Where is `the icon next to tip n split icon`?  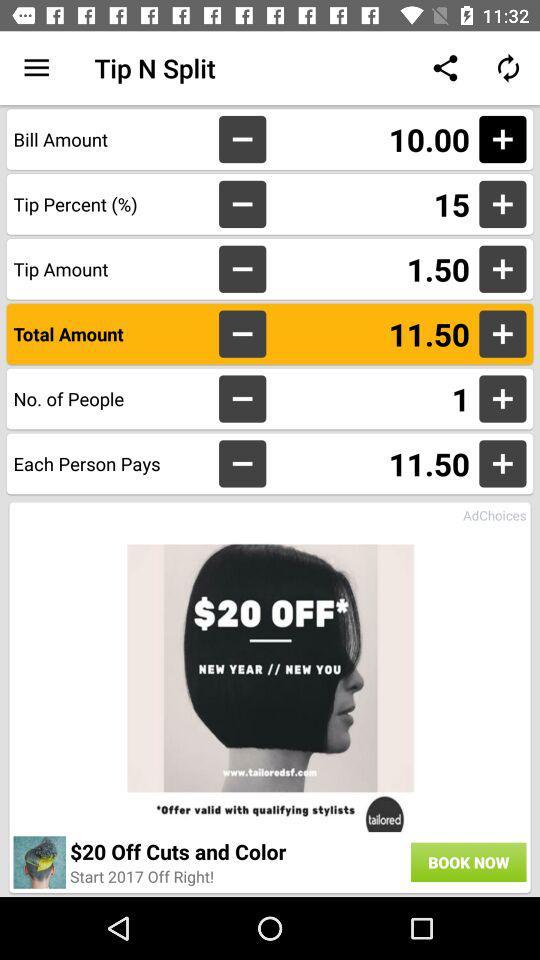 the icon next to tip n split icon is located at coordinates (36, 68).